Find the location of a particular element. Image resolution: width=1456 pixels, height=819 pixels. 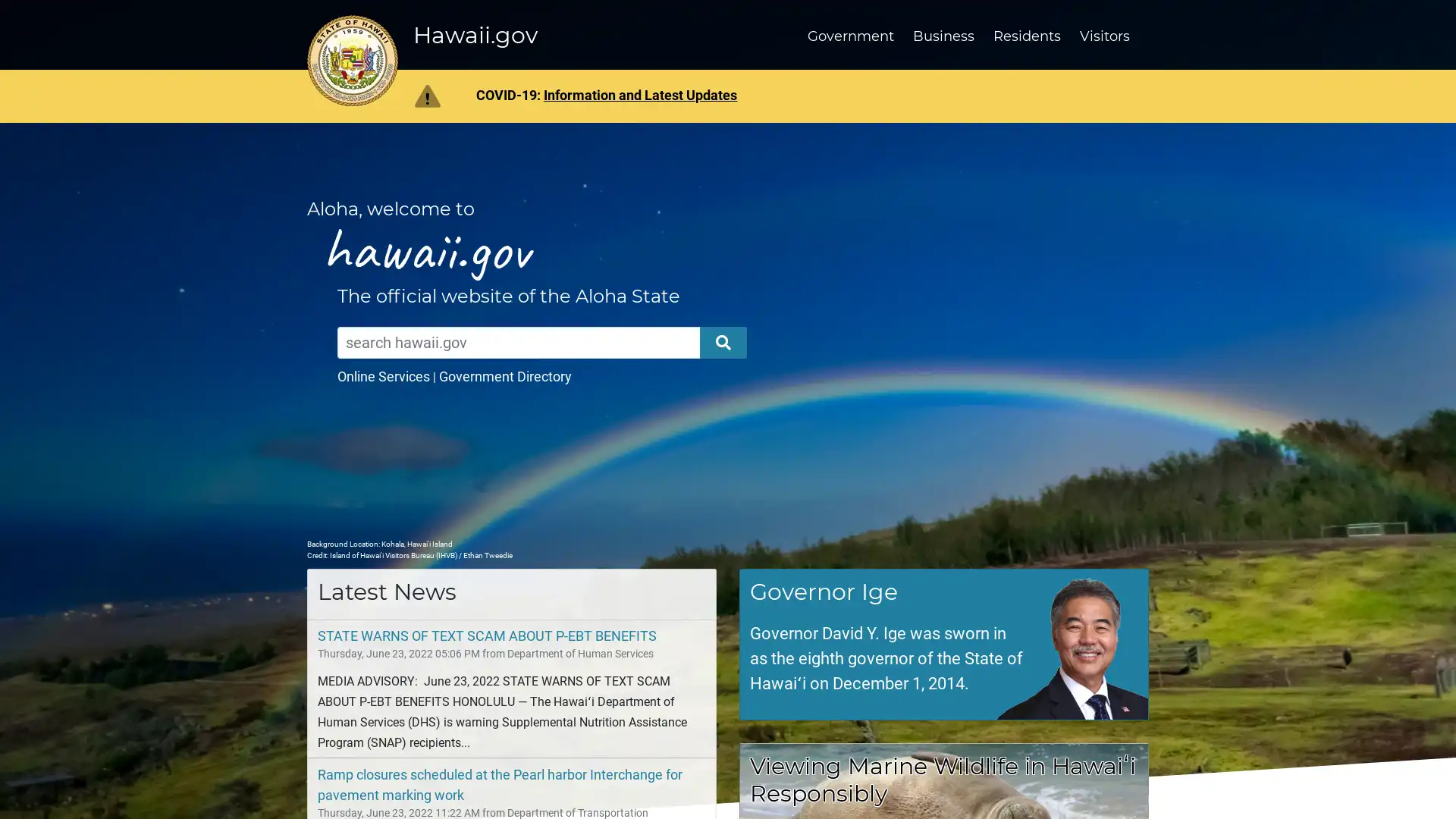

Search is located at coordinates (723, 342).